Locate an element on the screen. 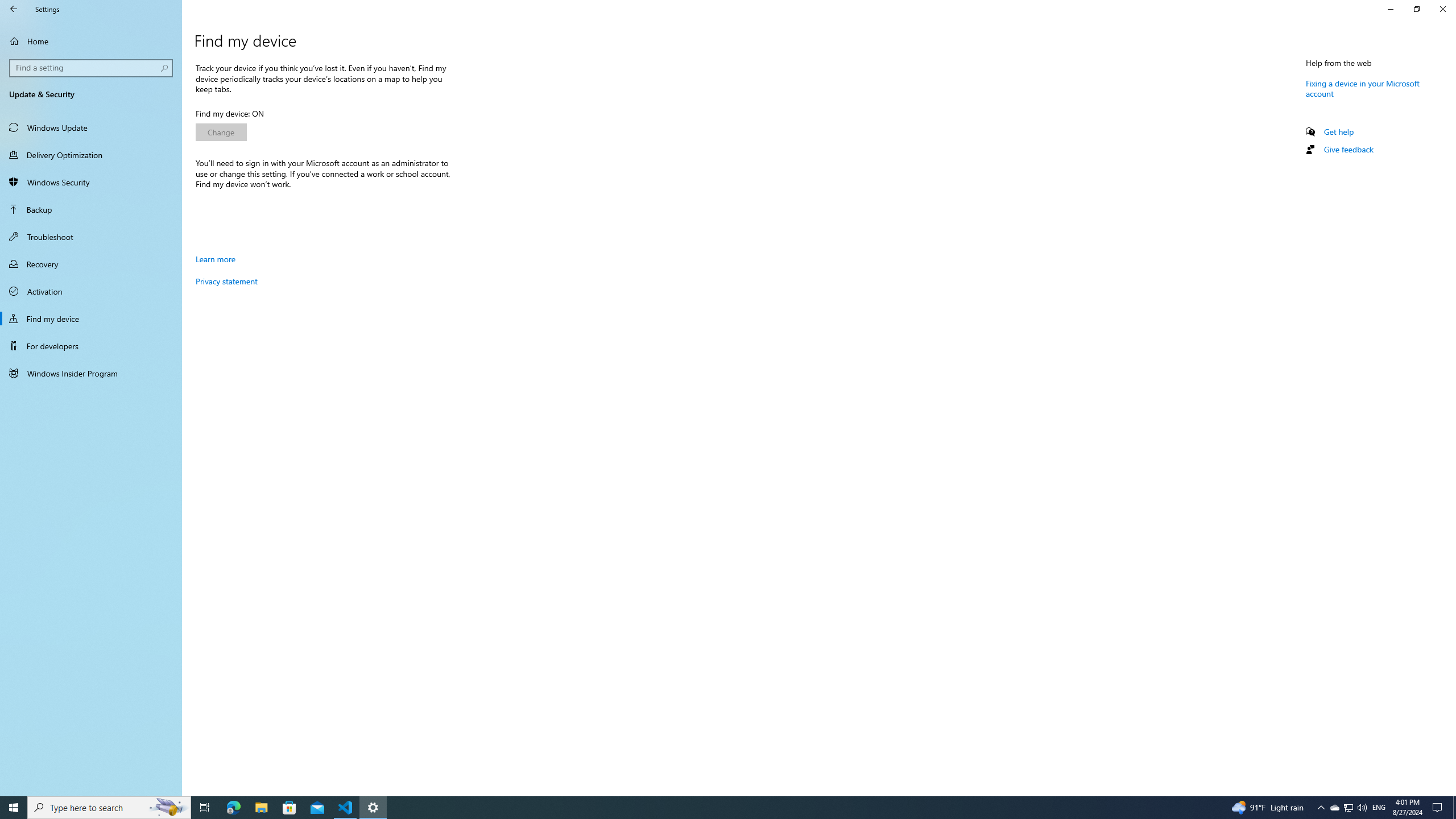  'Windows Insider Program' is located at coordinates (90, 372).